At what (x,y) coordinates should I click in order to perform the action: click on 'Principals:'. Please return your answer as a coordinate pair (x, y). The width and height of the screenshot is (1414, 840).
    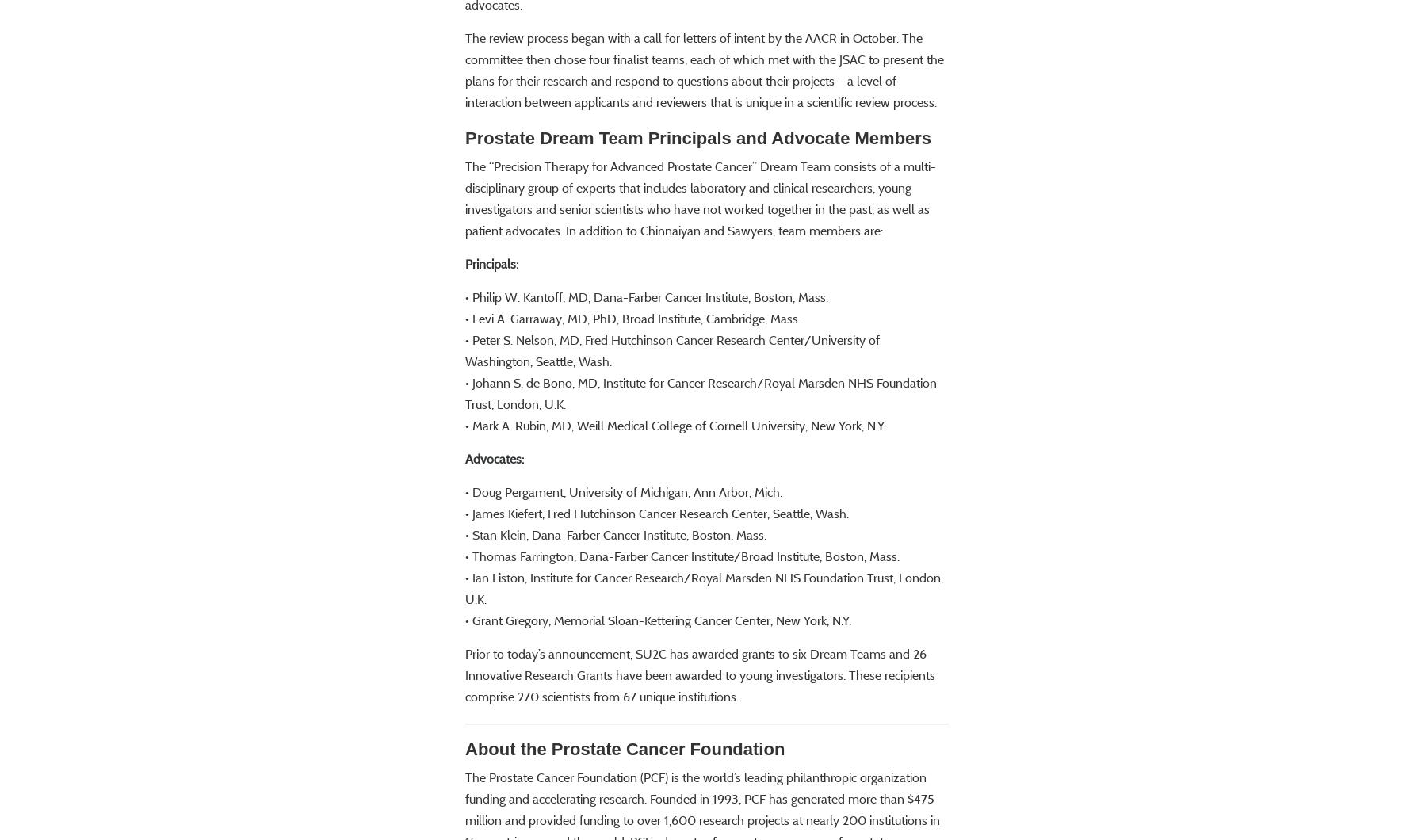
    Looking at the image, I should click on (491, 310).